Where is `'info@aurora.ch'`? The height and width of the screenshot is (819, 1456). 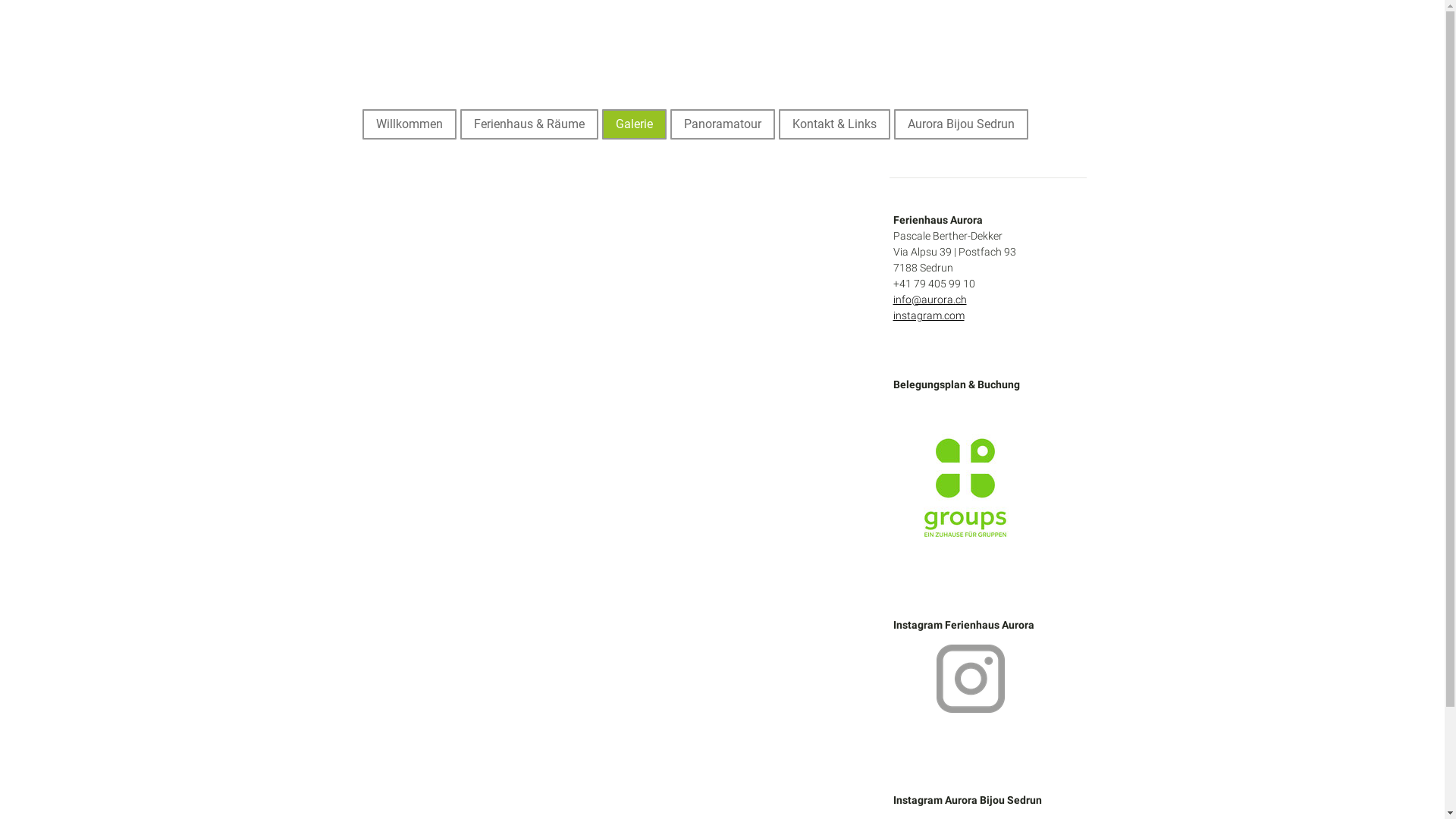
'info@aurora.ch' is located at coordinates (929, 299).